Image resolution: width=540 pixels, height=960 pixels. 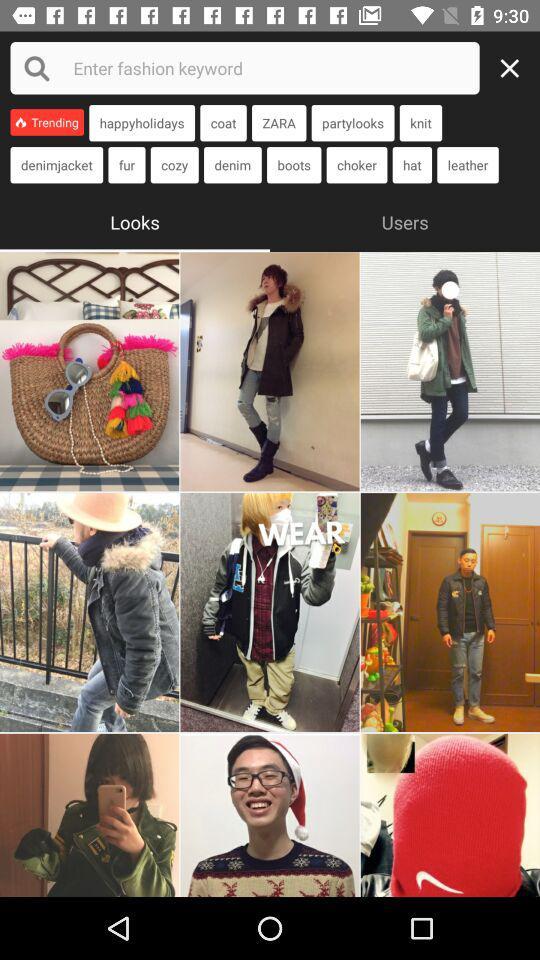 I want to click on open picture, so click(x=450, y=815).